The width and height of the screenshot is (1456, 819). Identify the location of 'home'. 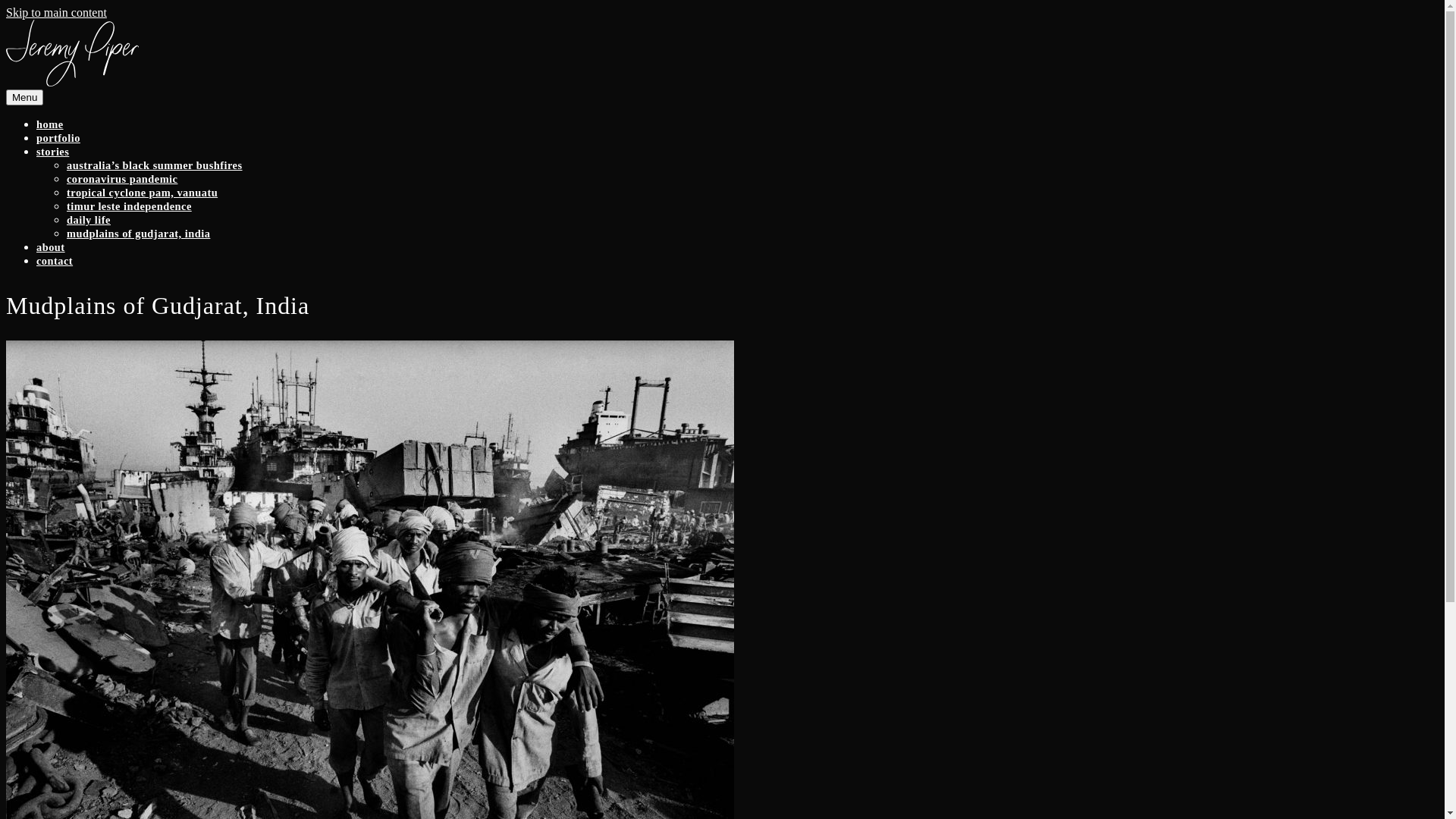
(50, 124).